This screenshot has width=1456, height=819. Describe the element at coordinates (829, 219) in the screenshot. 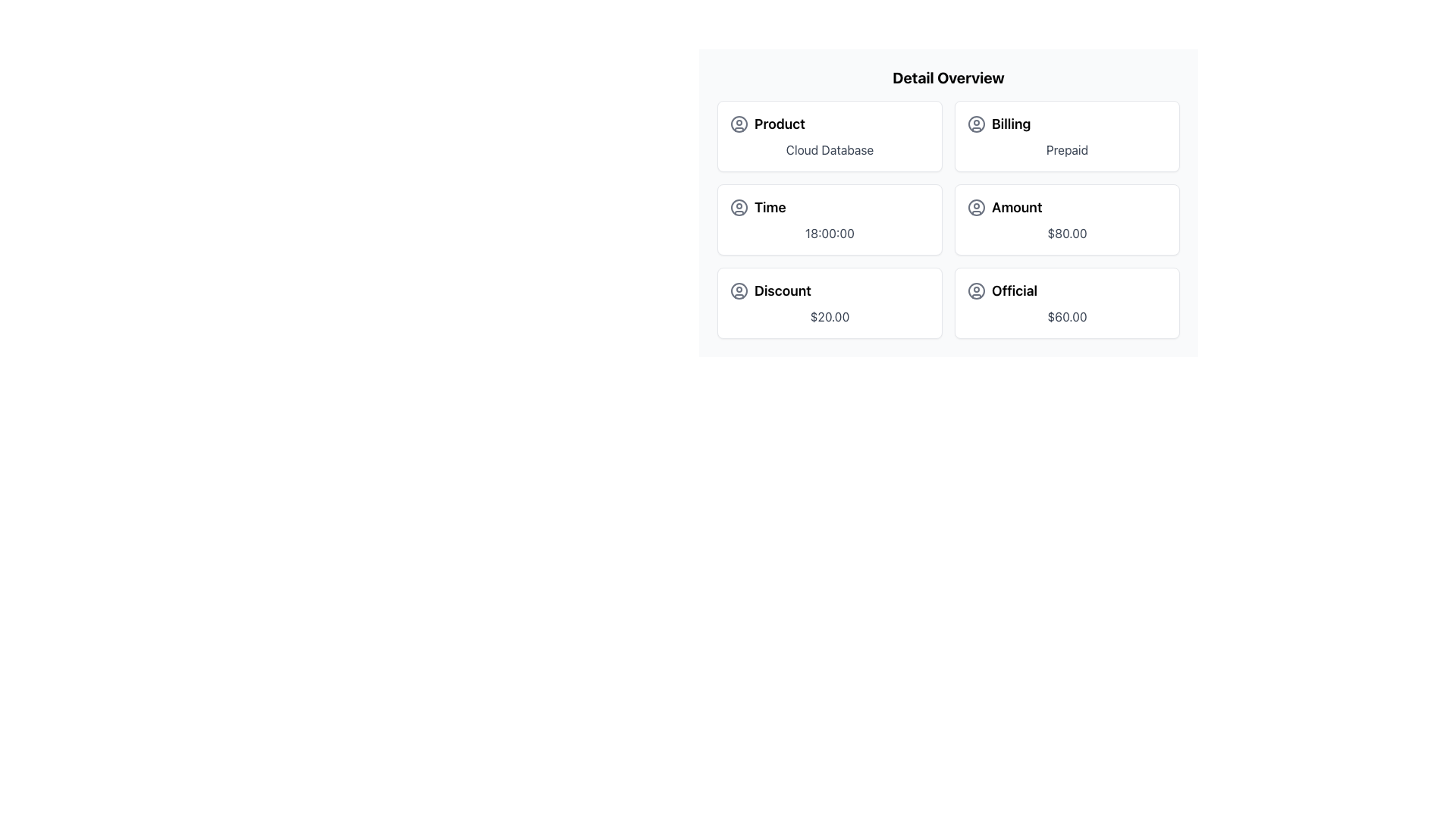

I see `the card displaying the label 'Time' with a value of '18:00:00'` at that location.